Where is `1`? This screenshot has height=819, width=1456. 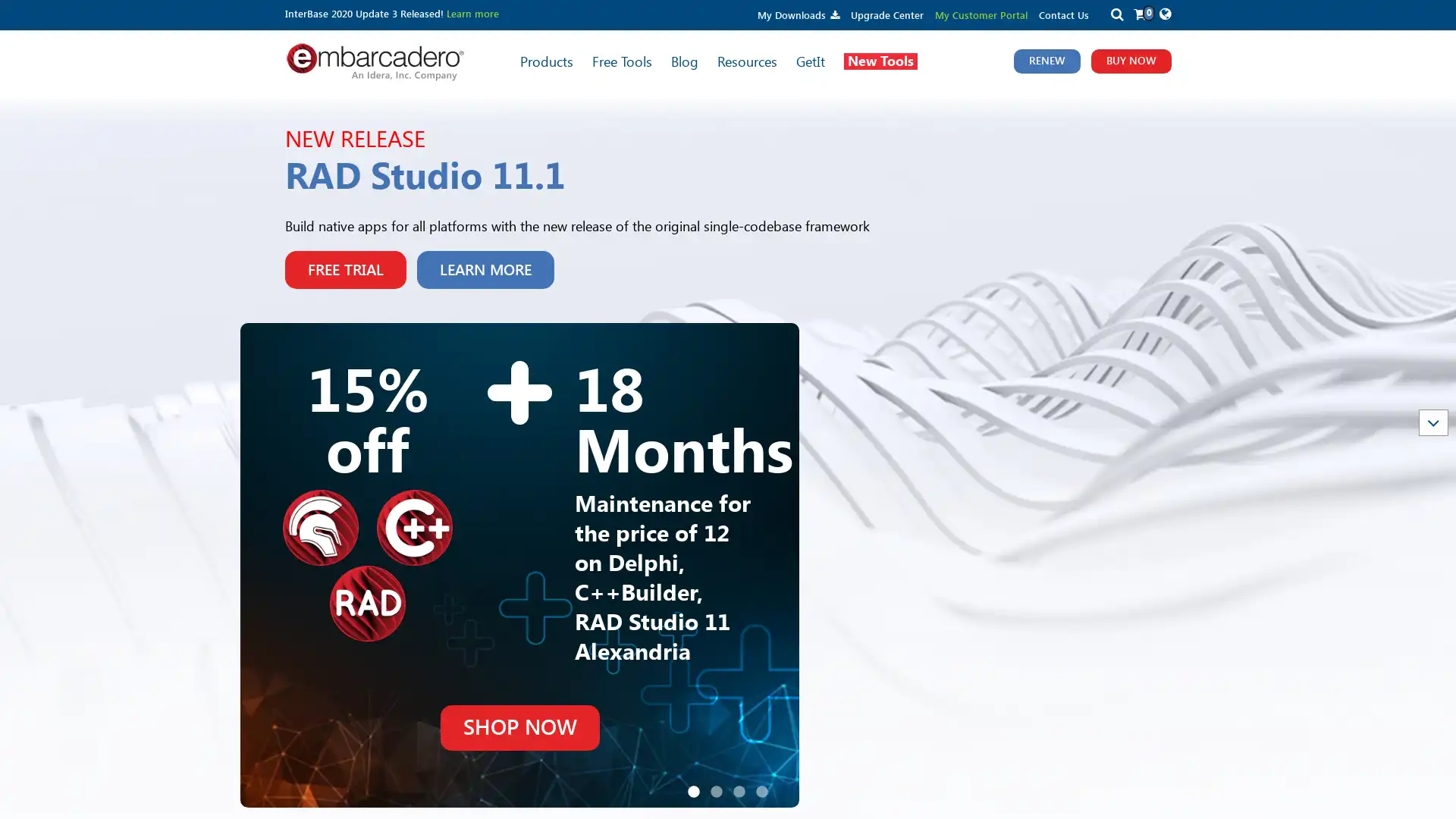 1 is located at coordinates (693, 644).